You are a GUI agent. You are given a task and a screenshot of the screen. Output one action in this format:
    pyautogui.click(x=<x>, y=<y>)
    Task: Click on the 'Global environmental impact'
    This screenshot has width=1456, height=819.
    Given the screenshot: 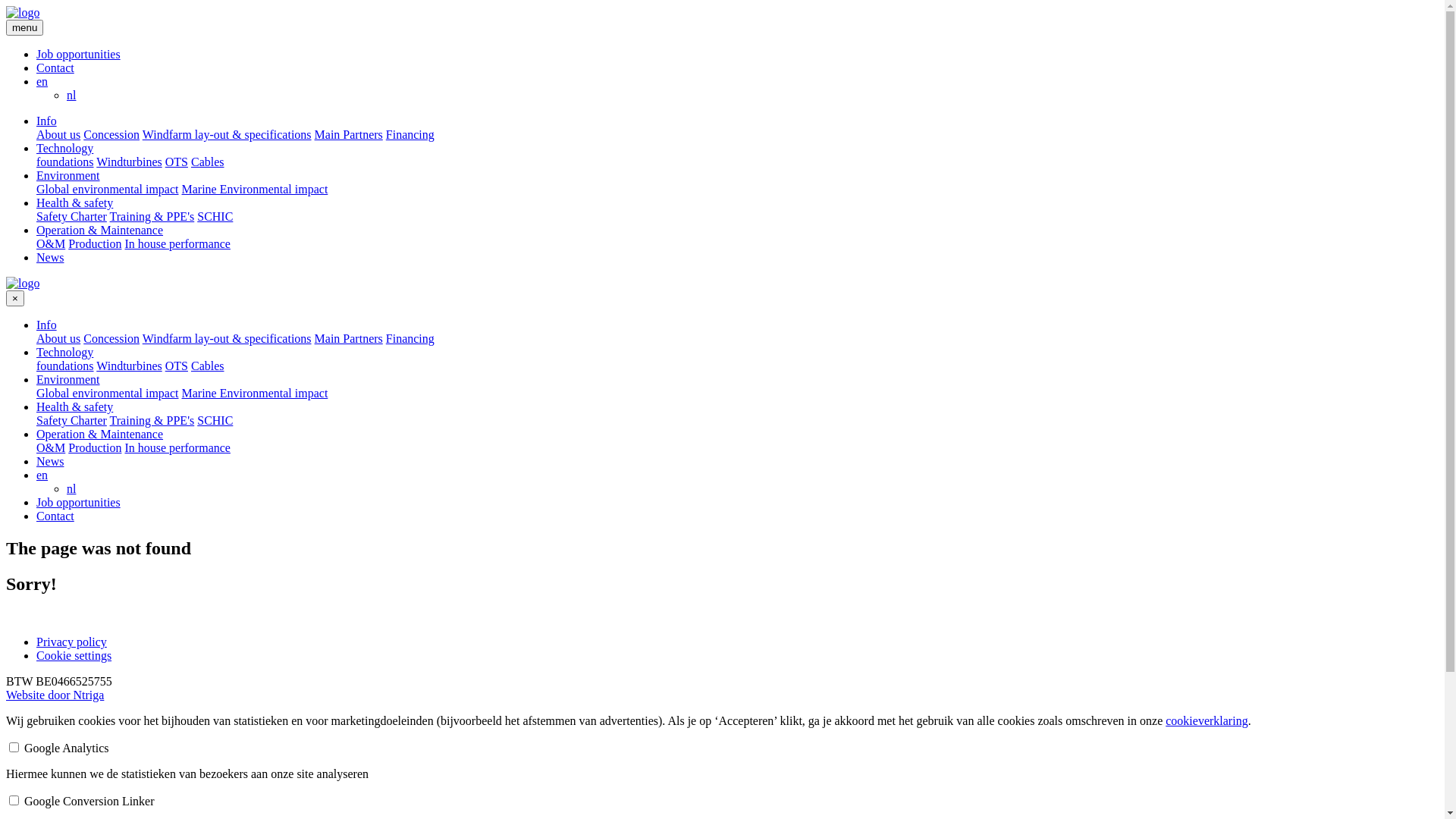 What is the action you would take?
    pyautogui.click(x=107, y=392)
    